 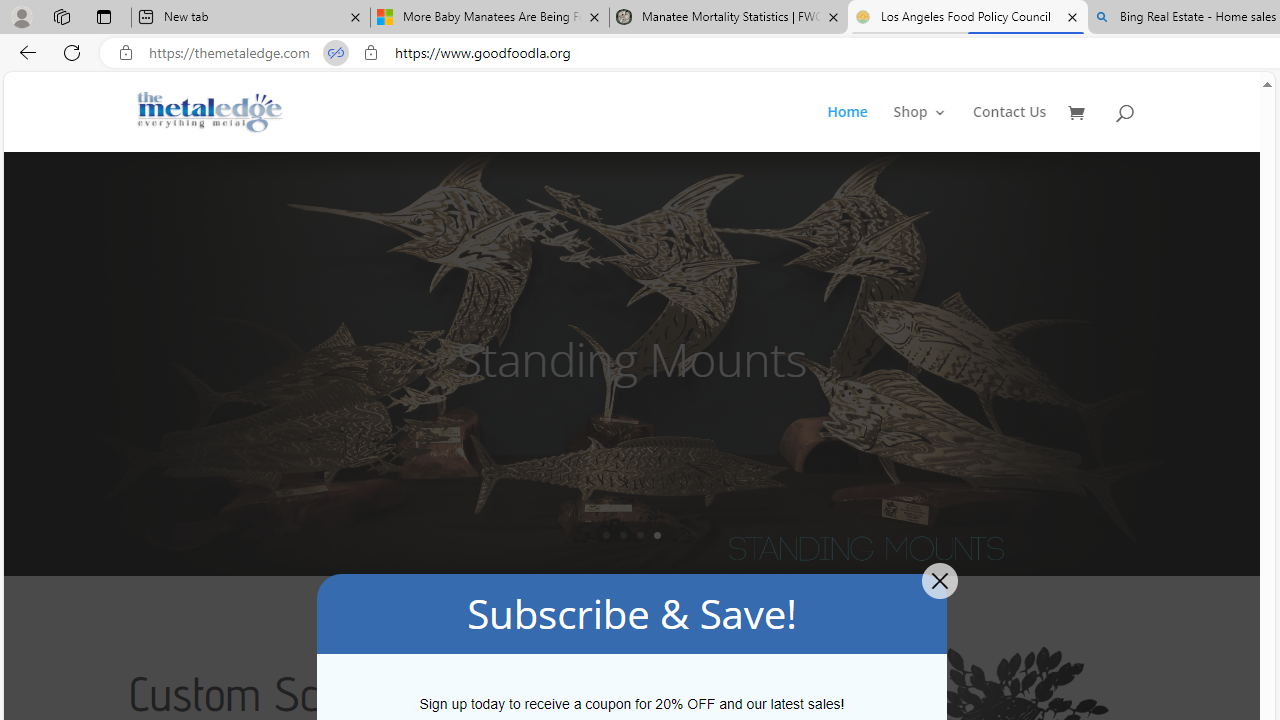 I want to click on 'Home', so click(x=858, y=128).